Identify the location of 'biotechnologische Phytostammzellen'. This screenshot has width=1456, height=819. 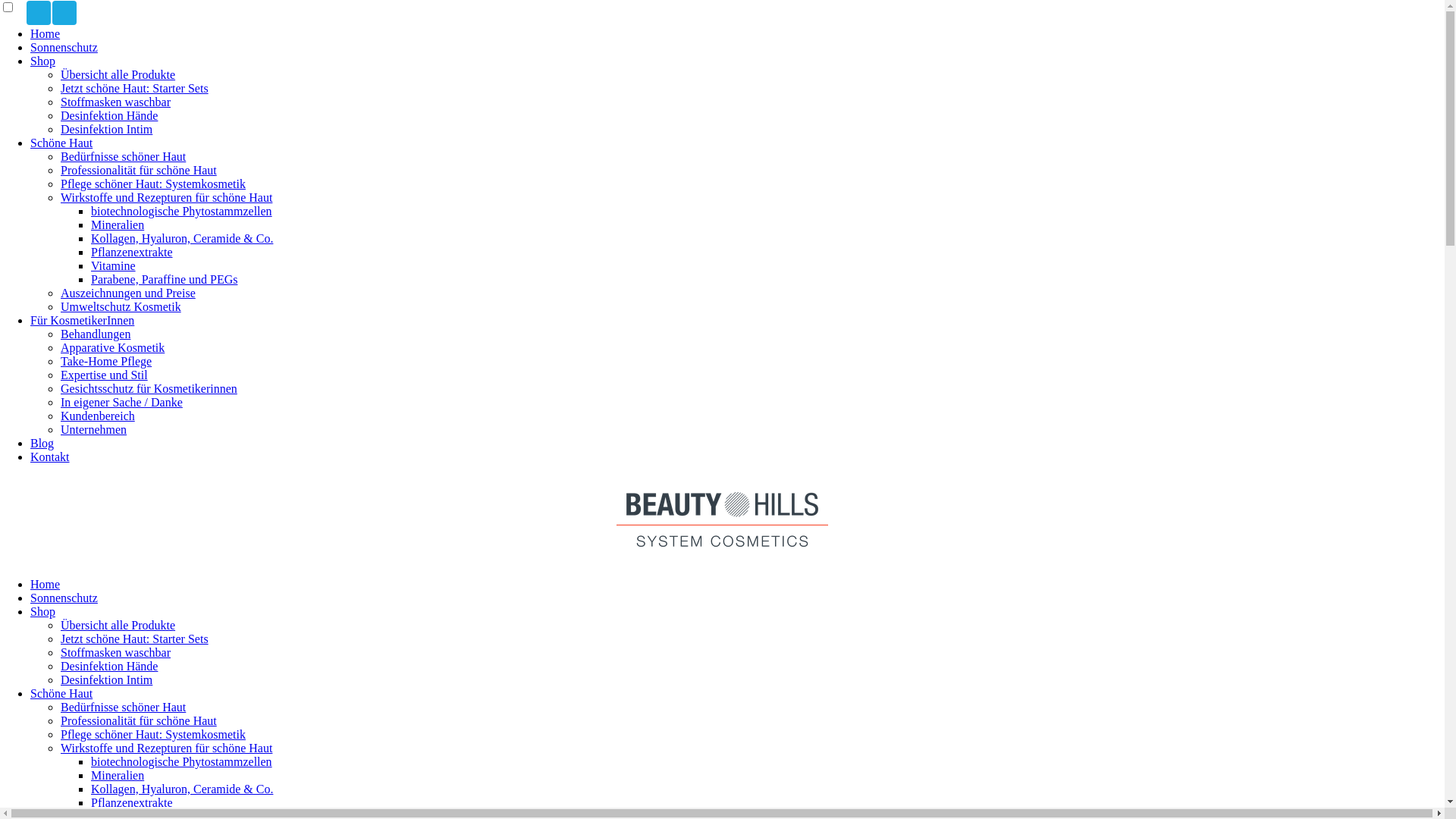
(181, 761).